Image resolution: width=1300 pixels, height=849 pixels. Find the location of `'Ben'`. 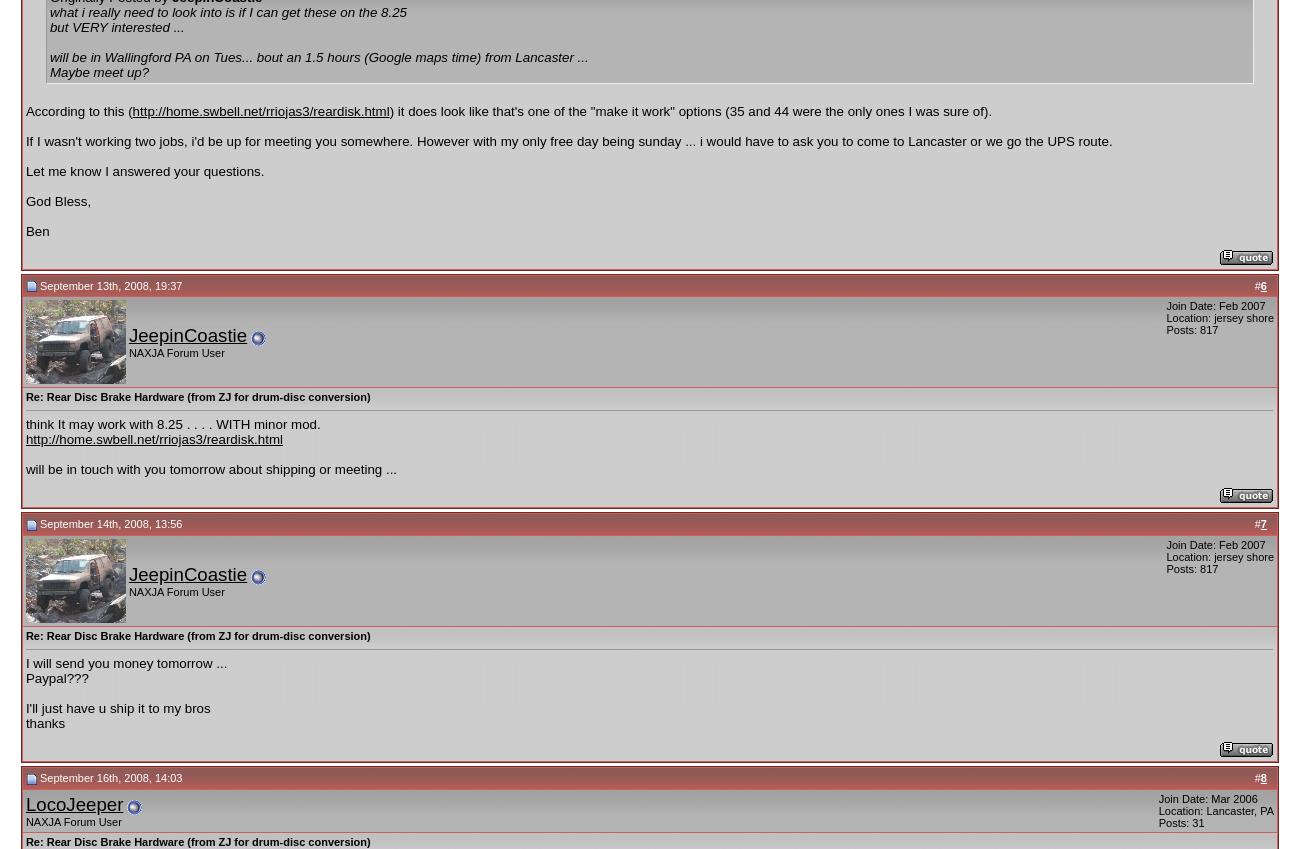

'Ben' is located at coordinates (36, 229).